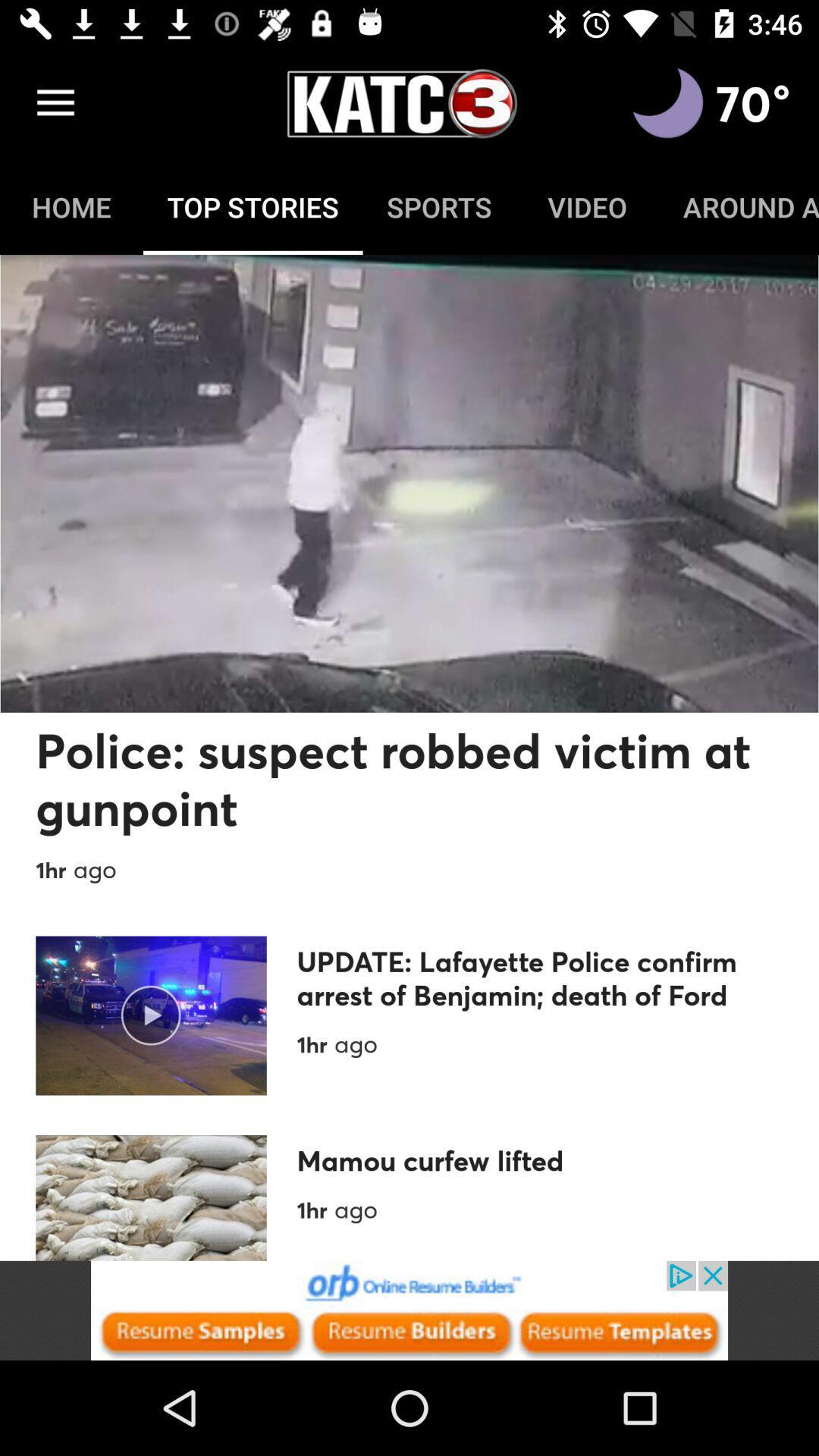 This screenshot has width=819, height=1456. Describe the element at coordinates (409, 1310) in the screenshot. I see `another site` at that location.